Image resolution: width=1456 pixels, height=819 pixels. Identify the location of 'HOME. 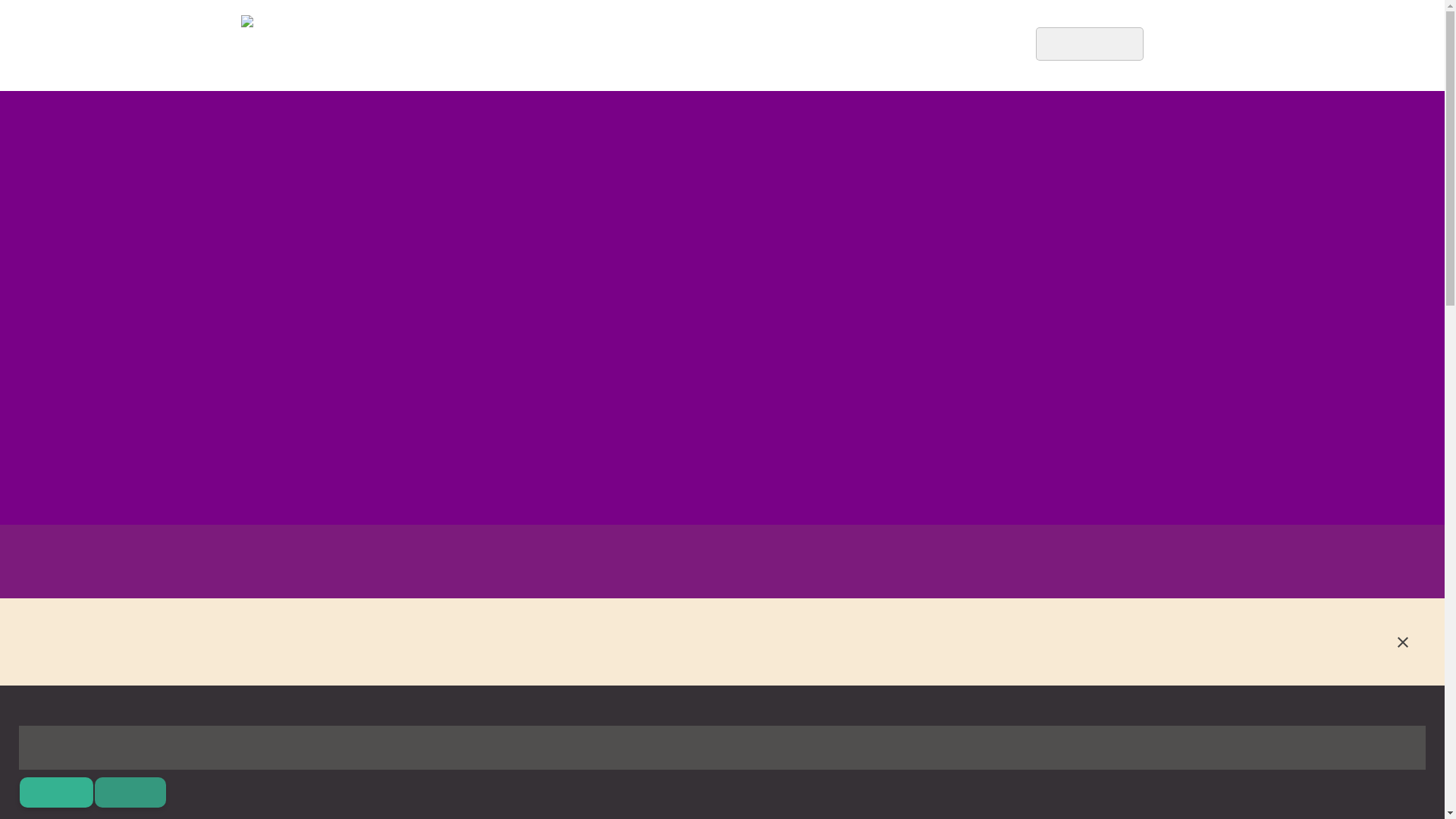
(543, 45).